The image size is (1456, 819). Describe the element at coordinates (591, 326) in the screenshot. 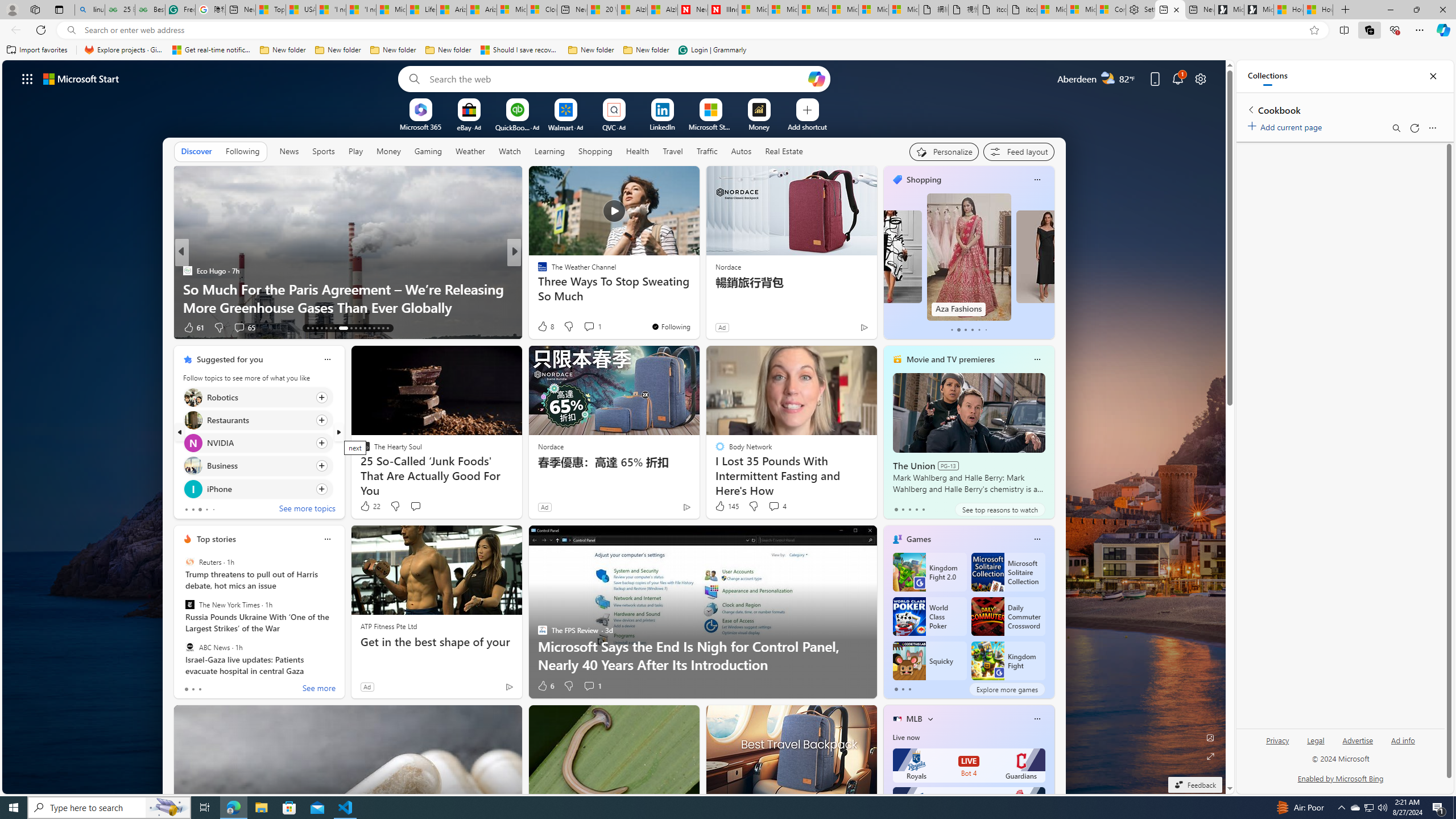

I see `'View comments 3 Comment'` at that location.